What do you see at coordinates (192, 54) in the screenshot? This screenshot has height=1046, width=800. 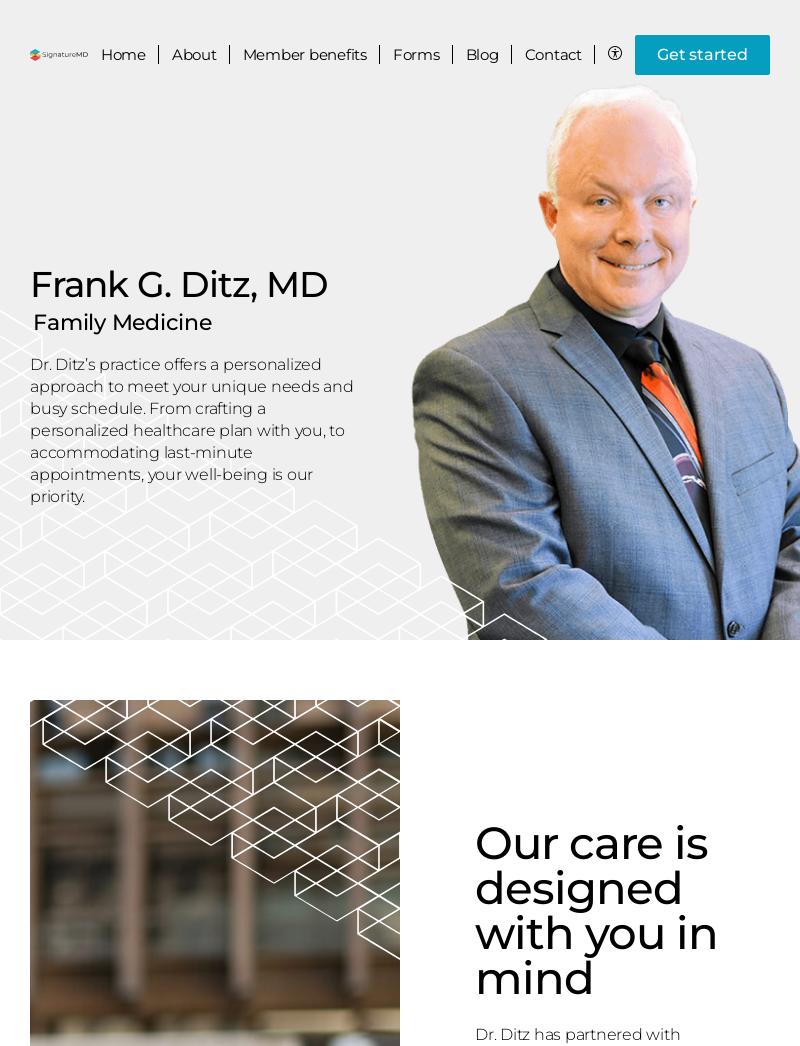 I see `'About'` at bounding box center [192, 54].